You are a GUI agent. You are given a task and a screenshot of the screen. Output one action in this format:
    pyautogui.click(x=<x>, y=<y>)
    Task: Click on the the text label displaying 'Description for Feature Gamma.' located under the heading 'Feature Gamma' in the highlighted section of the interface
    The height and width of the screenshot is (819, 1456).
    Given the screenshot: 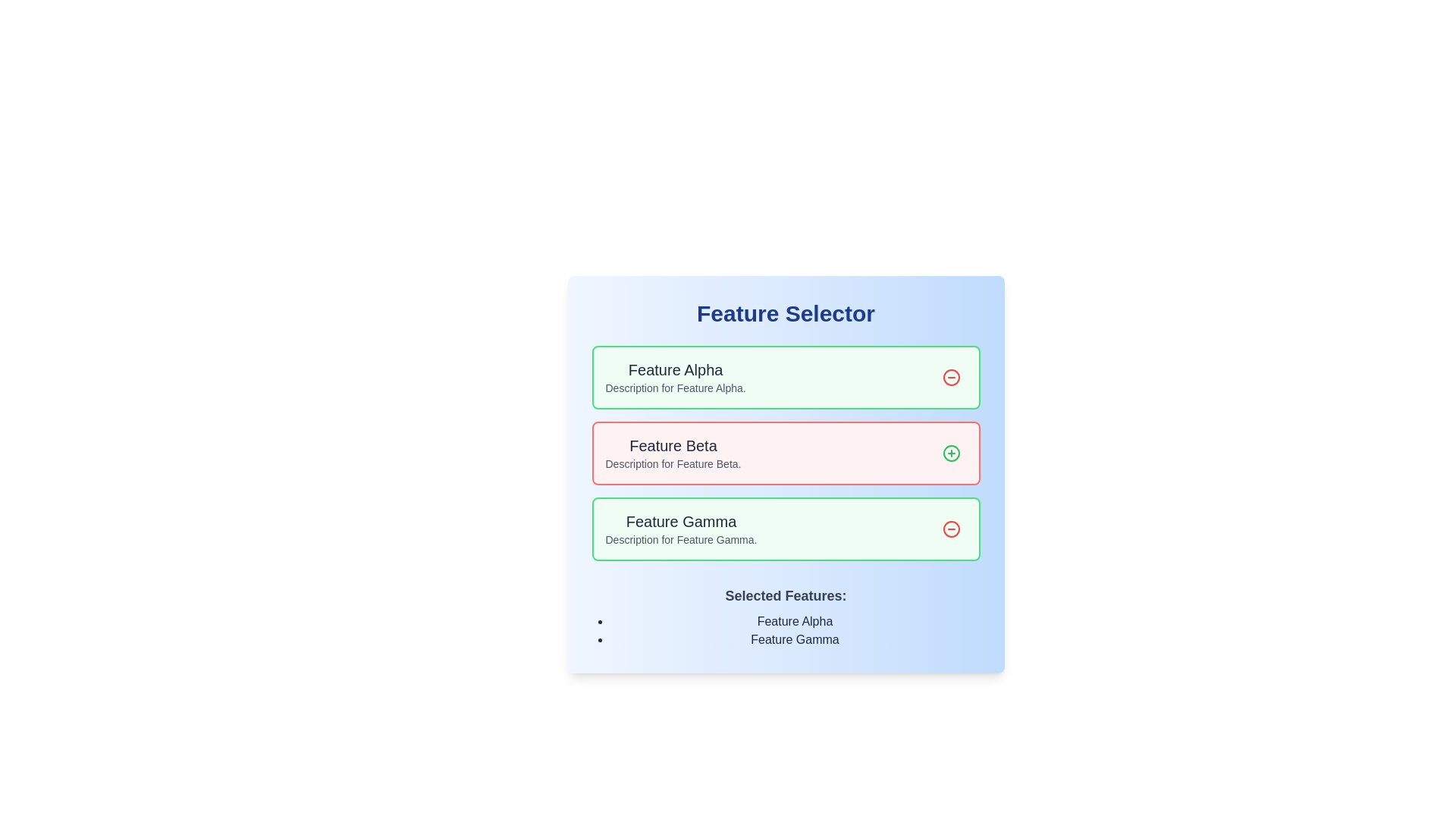 What is the action you would take?
    pyautogui.click(x=680, y=539)
    